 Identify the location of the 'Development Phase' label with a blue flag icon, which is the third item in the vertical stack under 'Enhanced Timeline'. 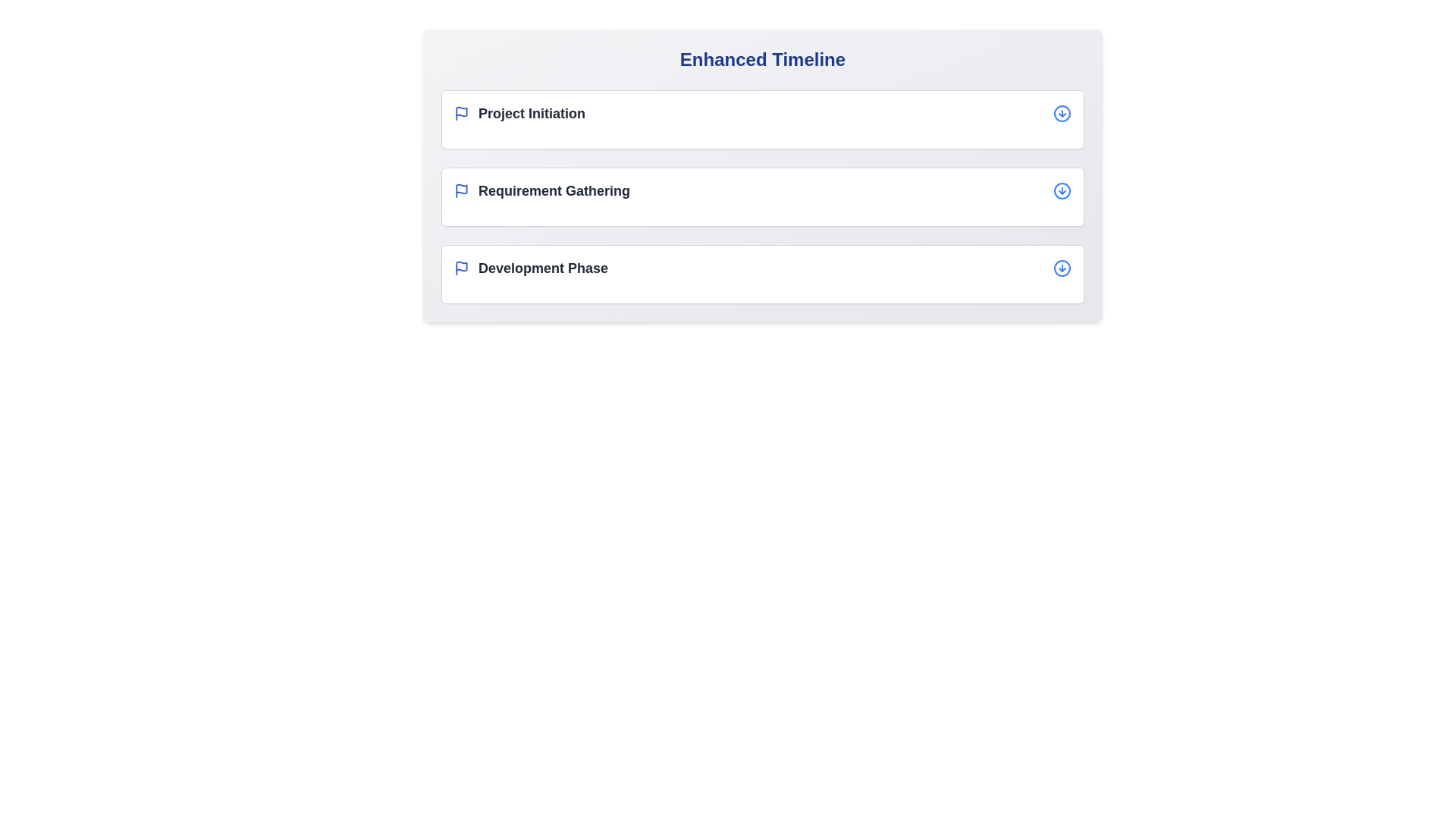
(531, 268).